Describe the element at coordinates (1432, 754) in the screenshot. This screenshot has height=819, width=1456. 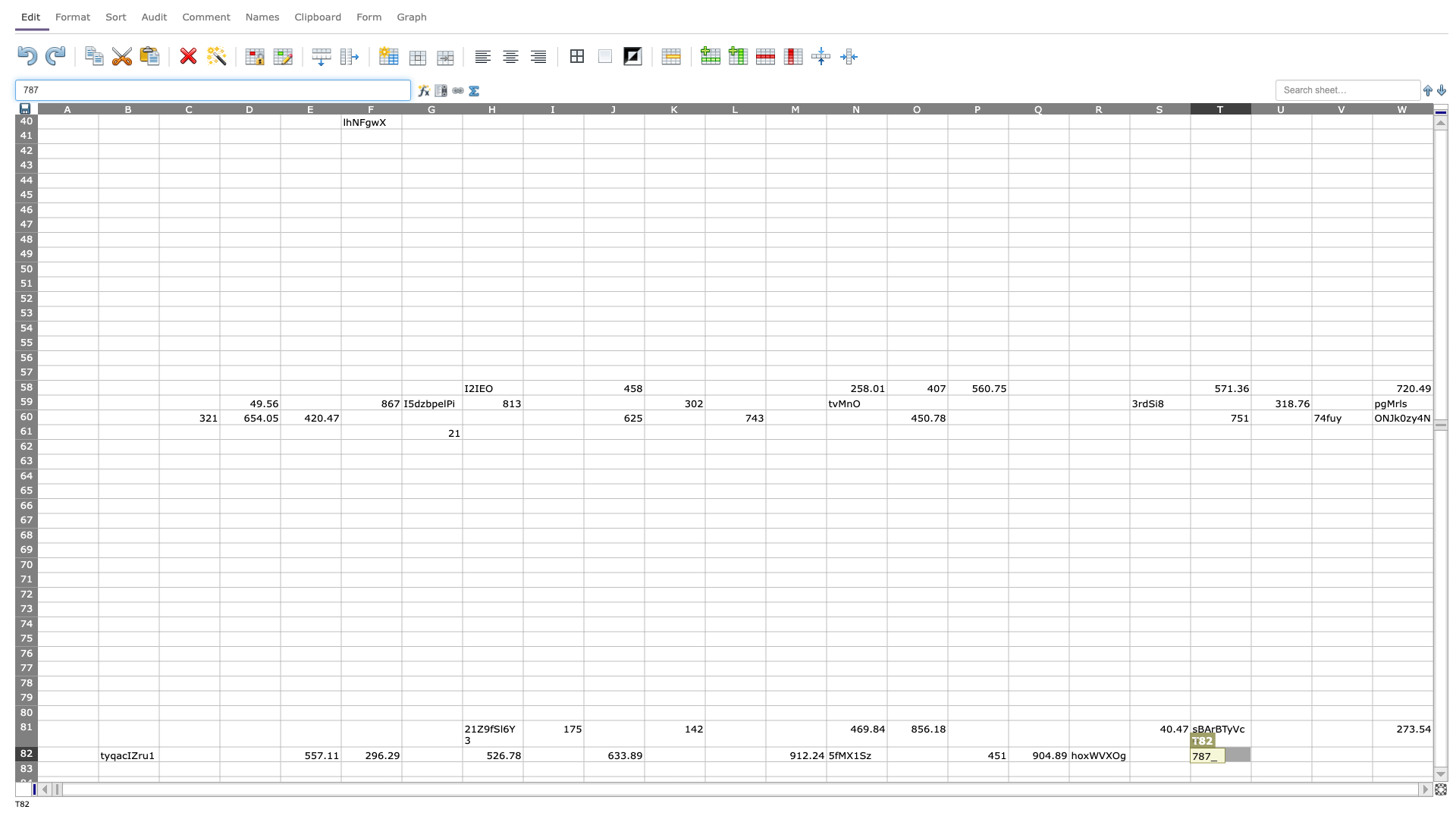
I see `Right margin of W82` at that location.